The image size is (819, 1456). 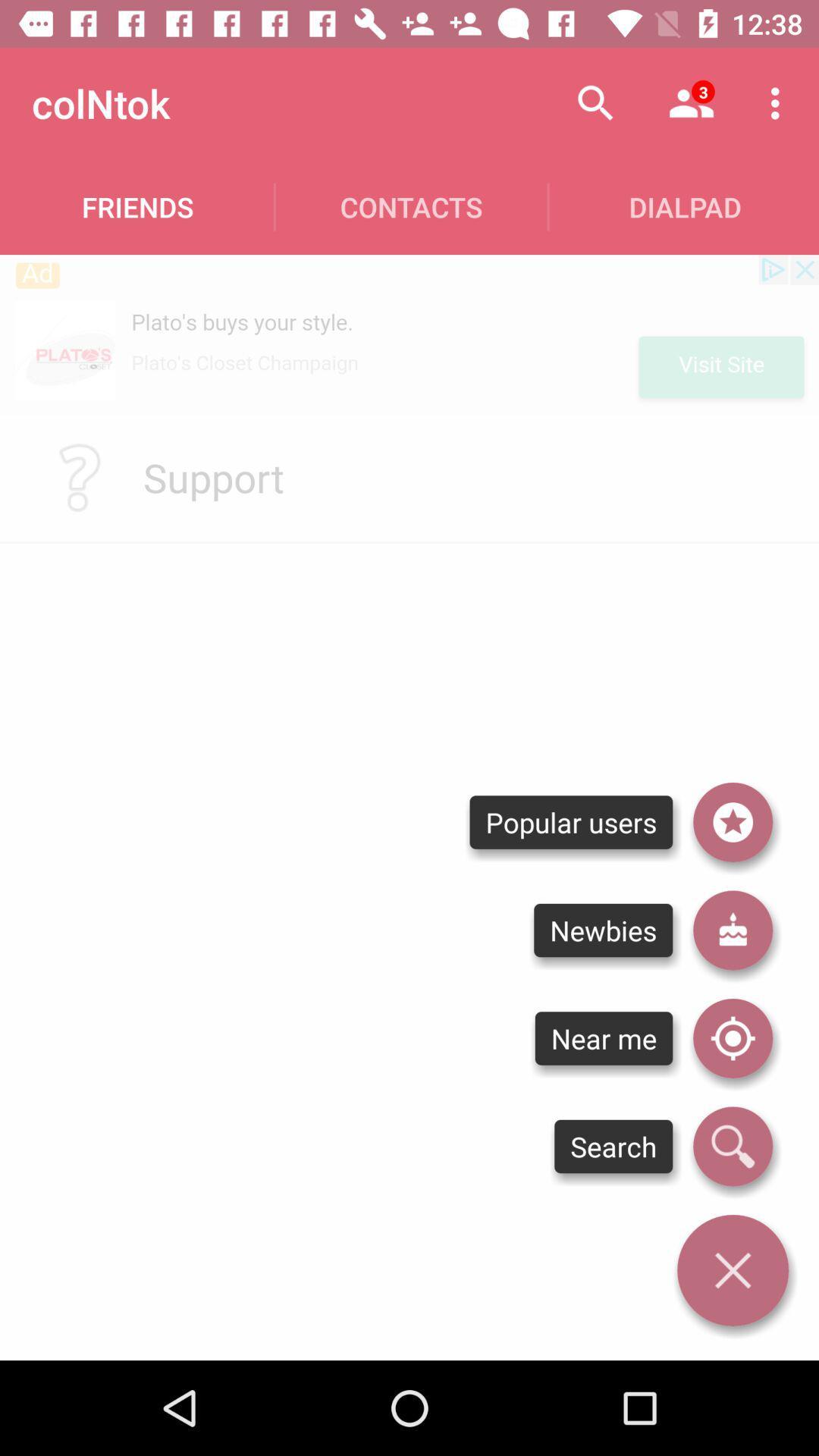 What do you see at coordinates (779, 102) in the screenshot?
I see `the icon above the dialpad item` at bounding box center [779, 102].